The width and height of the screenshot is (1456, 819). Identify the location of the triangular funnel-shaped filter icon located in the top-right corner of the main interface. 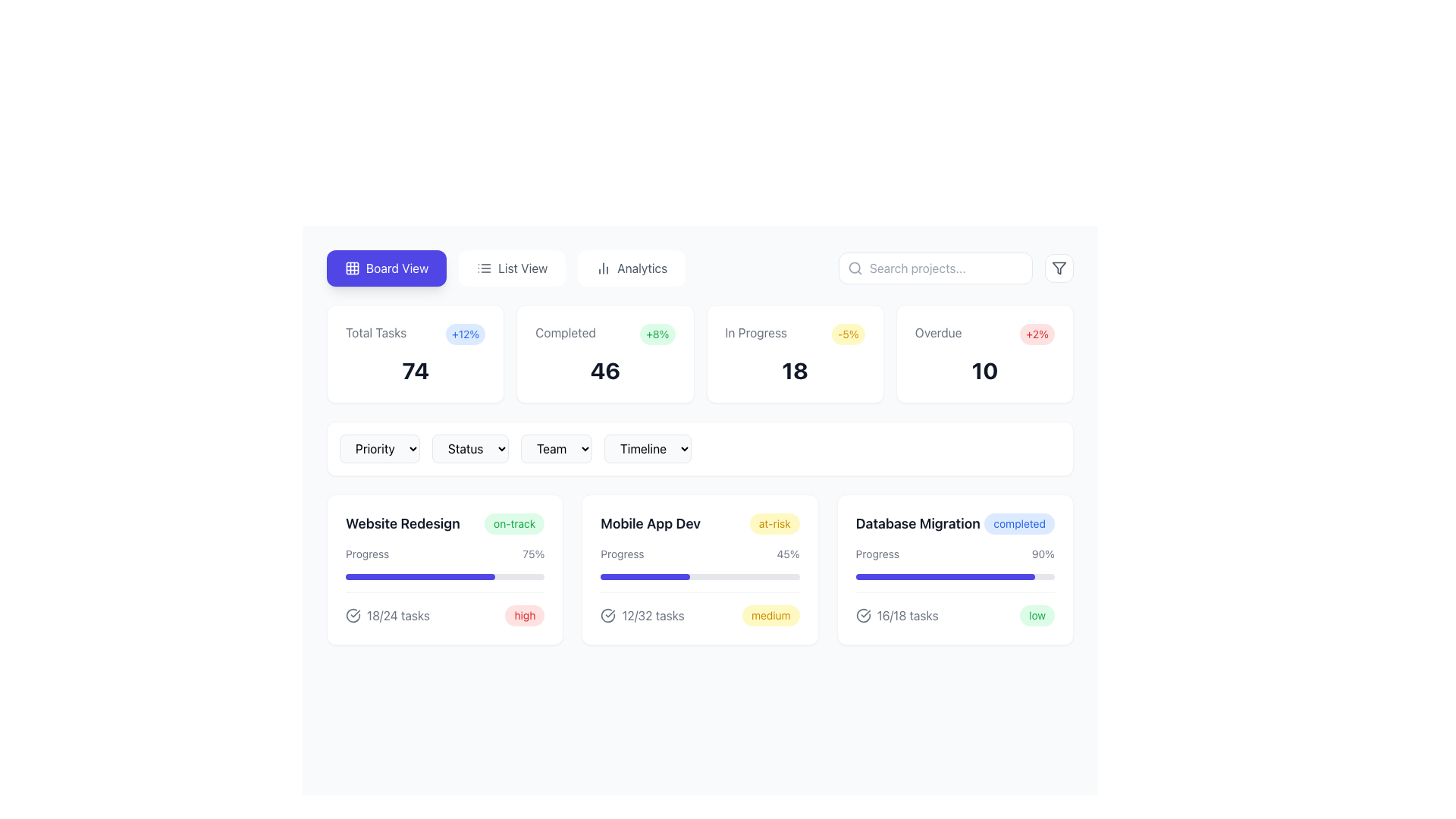
(1058, 268).